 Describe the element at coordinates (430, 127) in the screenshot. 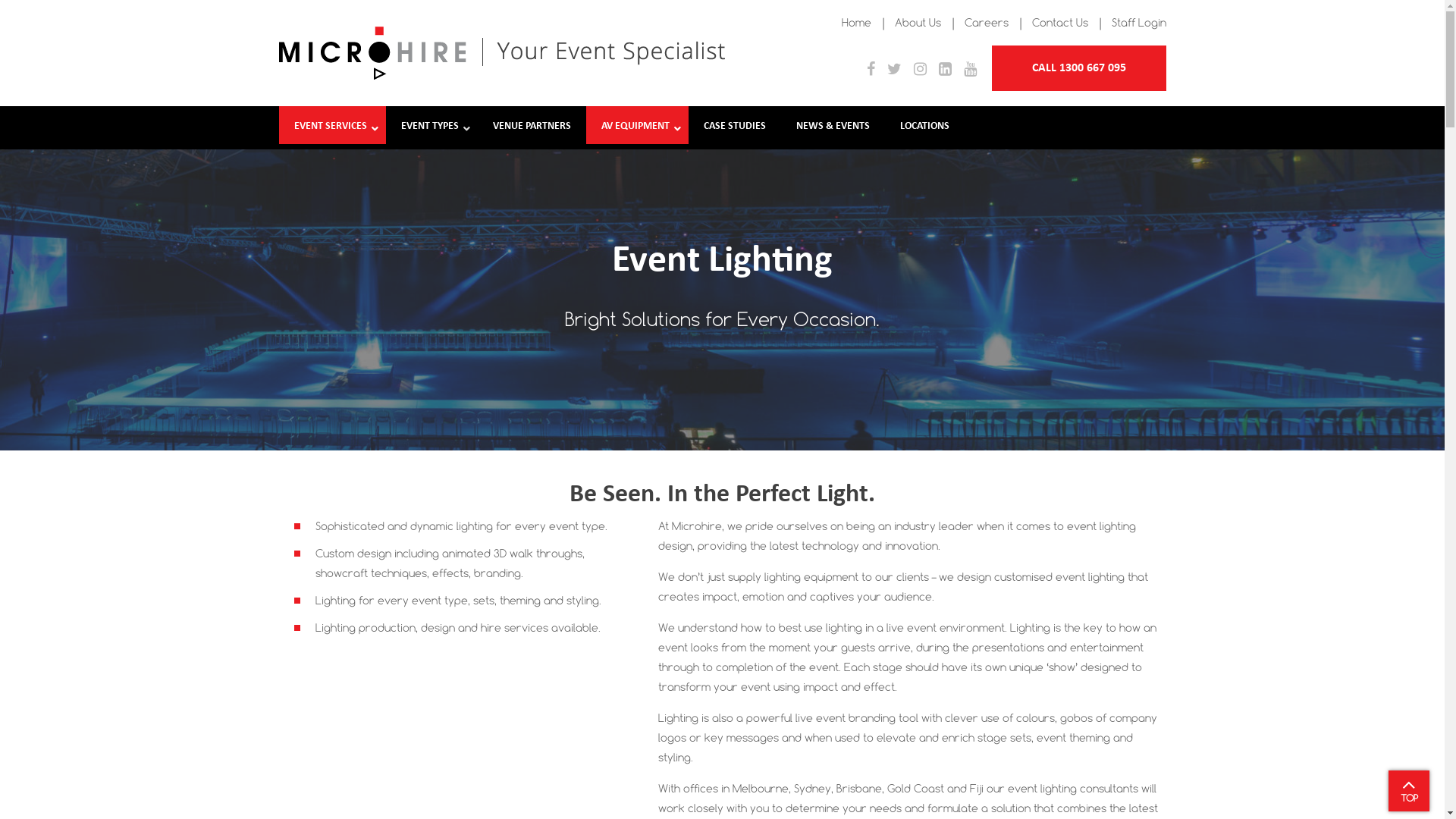

I see `'EVENT TYPES'` at that location.